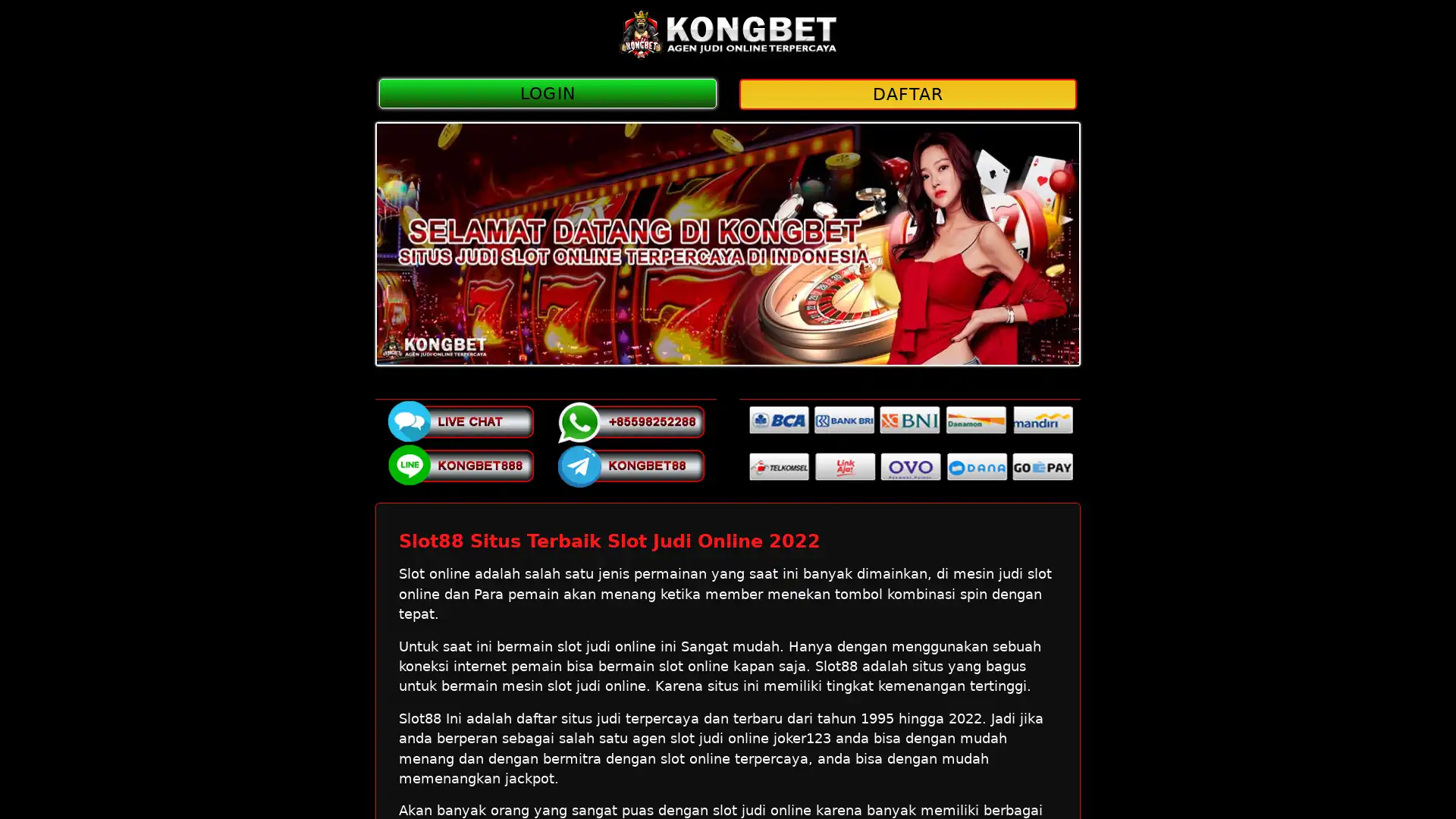  Describe the element at coordinates (908, 94) in the screenshot. I see `DAFTAR` at that location.